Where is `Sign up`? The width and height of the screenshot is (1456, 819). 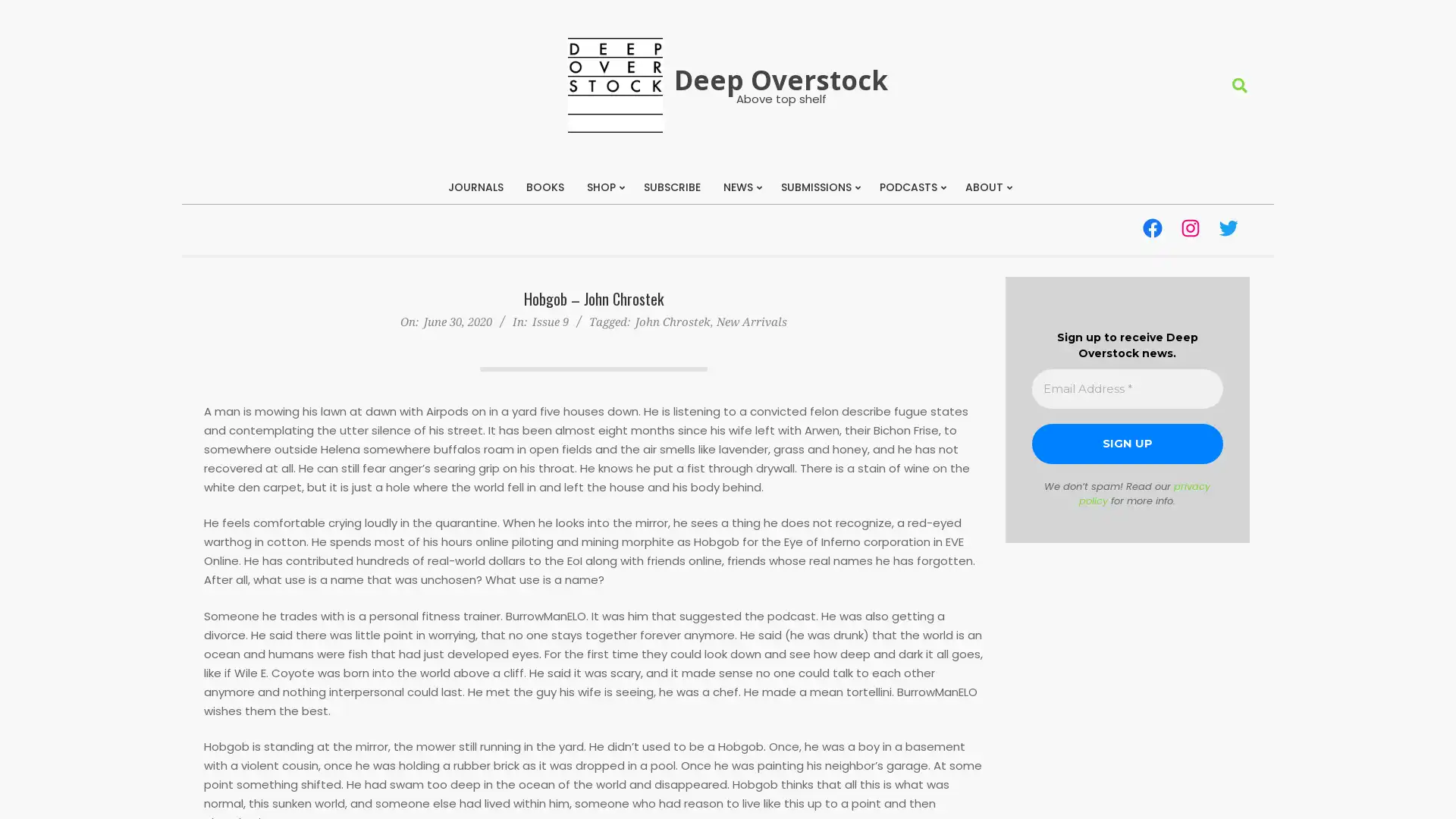 Sign up is located at coordinates (1127, 444).